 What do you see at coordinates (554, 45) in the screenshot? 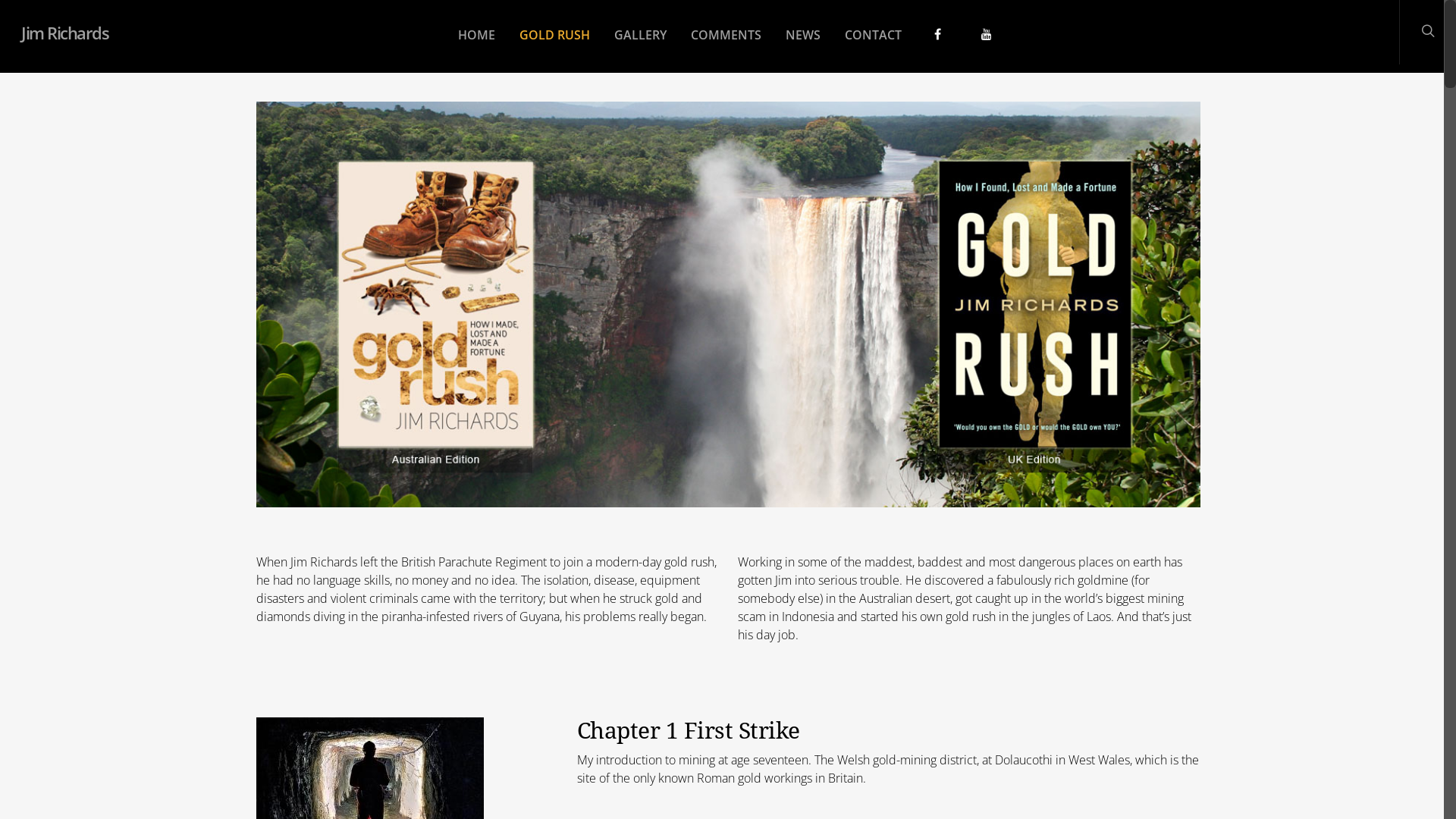
I see `'GOLD RUSH'` at bounding box center [554, 45].